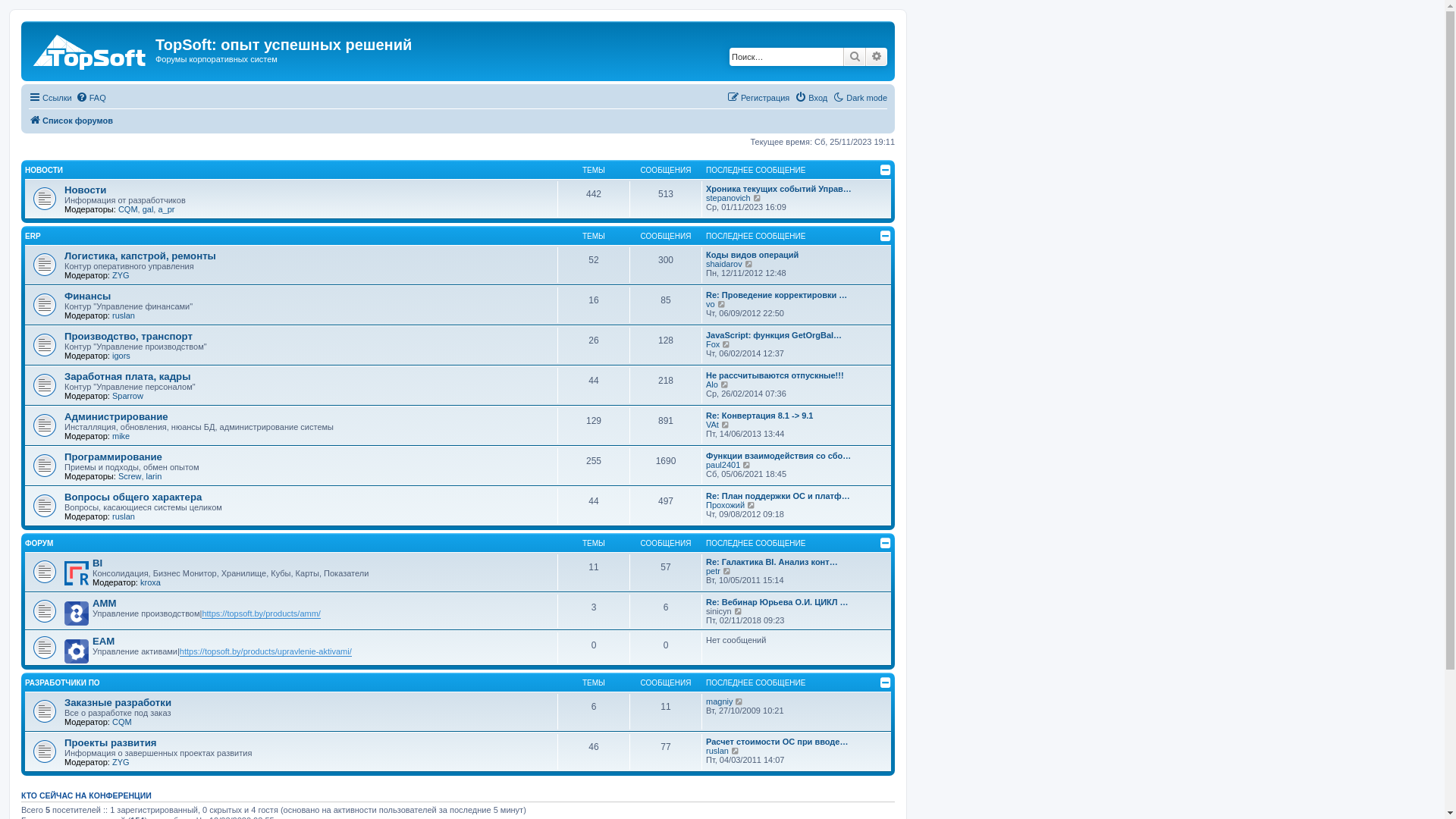 Image resolution: width=1456 pixels, height=819 pixels. I want to click on 'Sparrow', so click(127, 394).